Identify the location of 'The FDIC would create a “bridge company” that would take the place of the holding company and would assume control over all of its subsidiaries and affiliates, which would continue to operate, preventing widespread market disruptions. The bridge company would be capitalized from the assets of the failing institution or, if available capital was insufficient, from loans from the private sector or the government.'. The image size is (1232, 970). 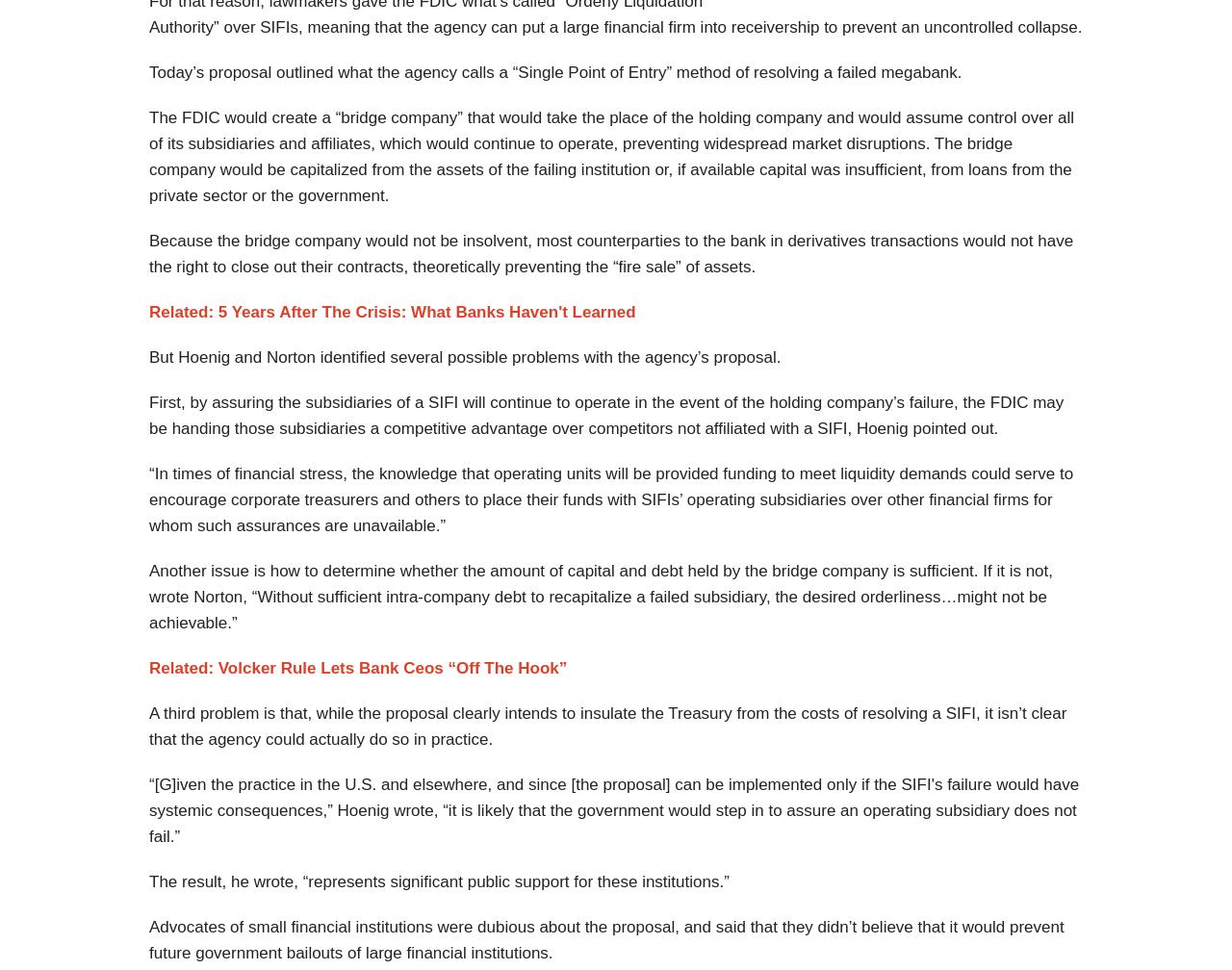
(610, 156).